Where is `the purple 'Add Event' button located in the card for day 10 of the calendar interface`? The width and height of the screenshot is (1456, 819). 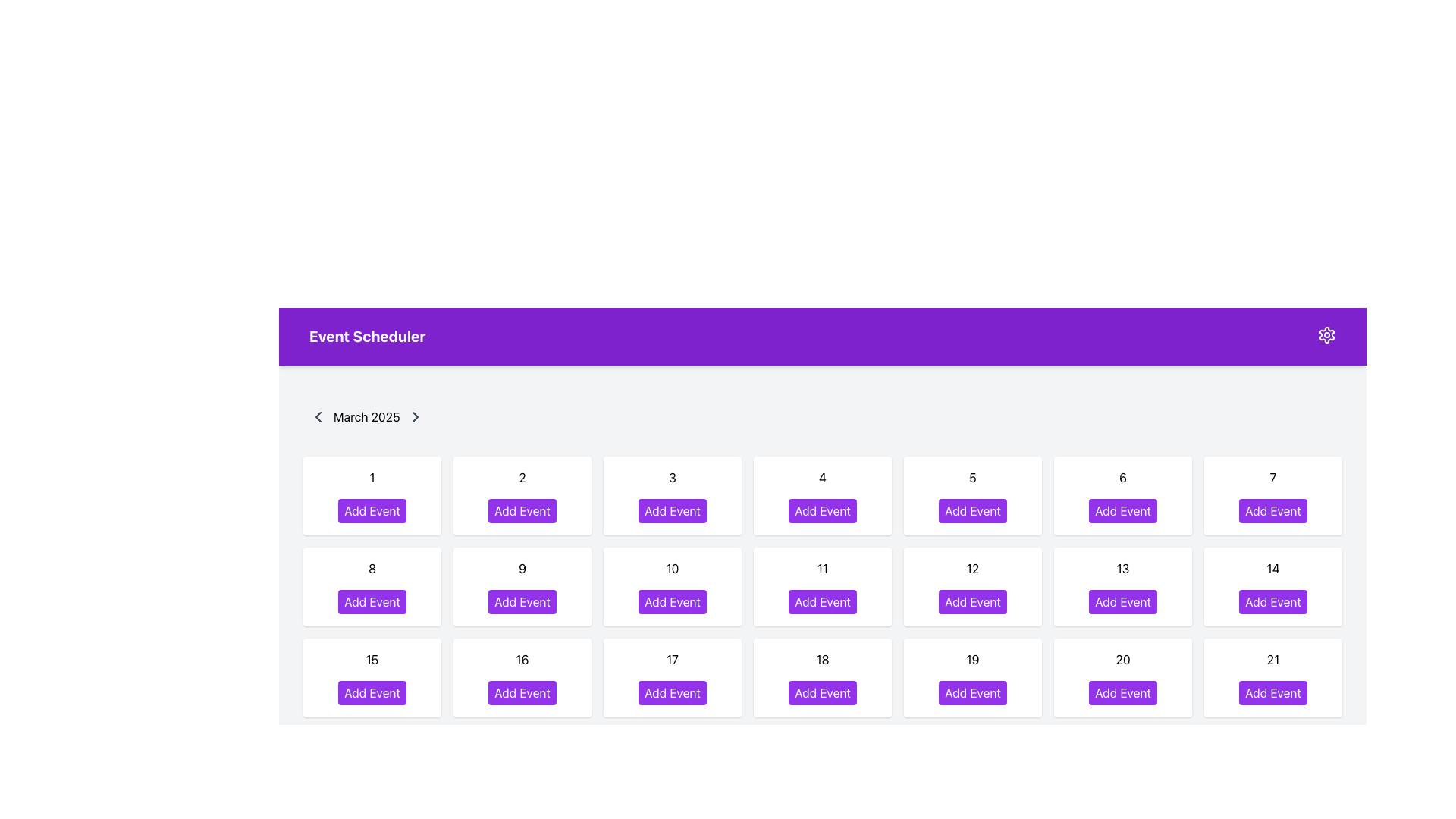
the purple 'Add Event' button located in the card for day 10 of the calendar interface is located at coordinates (672, 601).